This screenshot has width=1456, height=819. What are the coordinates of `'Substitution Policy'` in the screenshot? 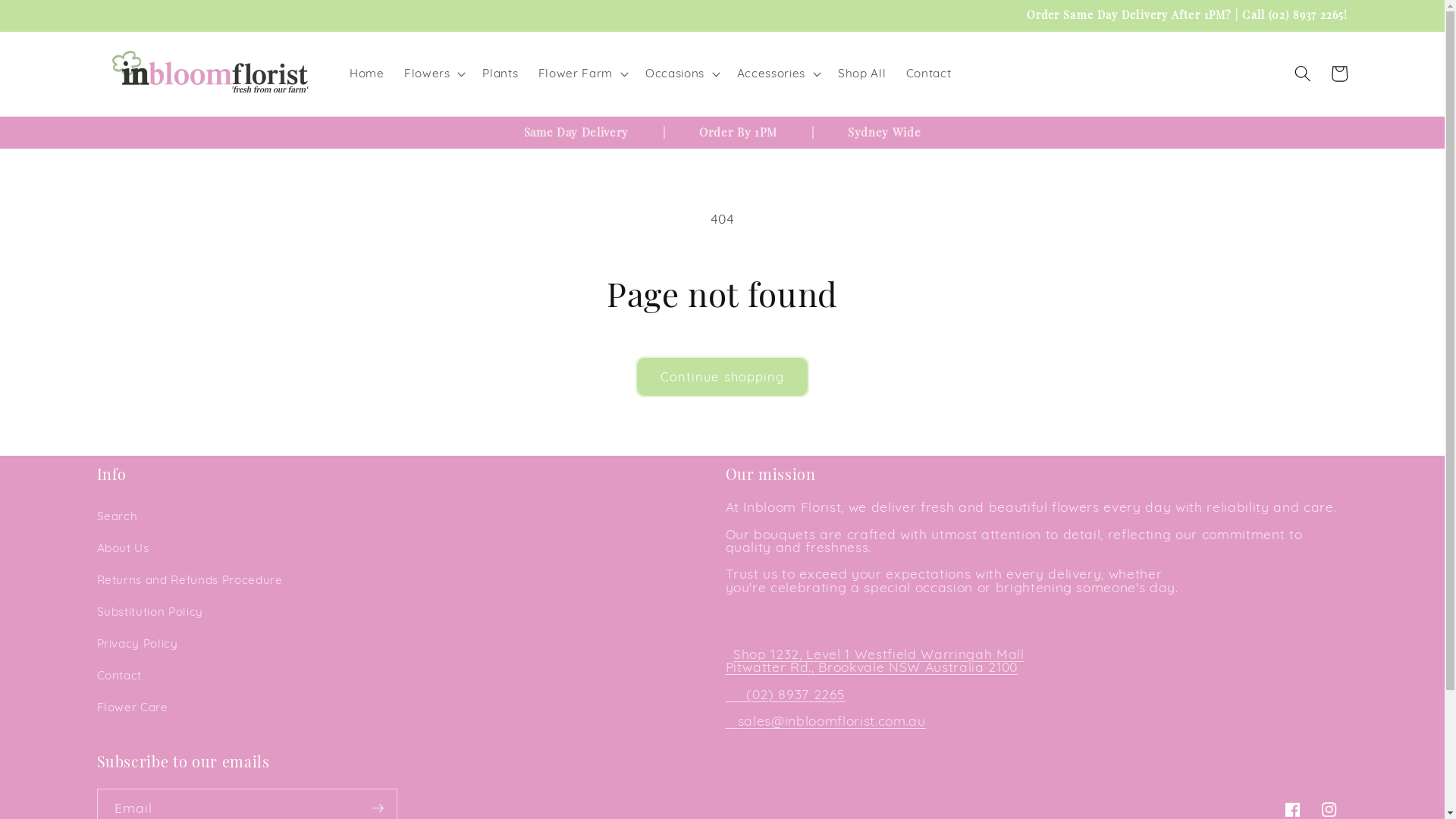 It's located at (150, 610).